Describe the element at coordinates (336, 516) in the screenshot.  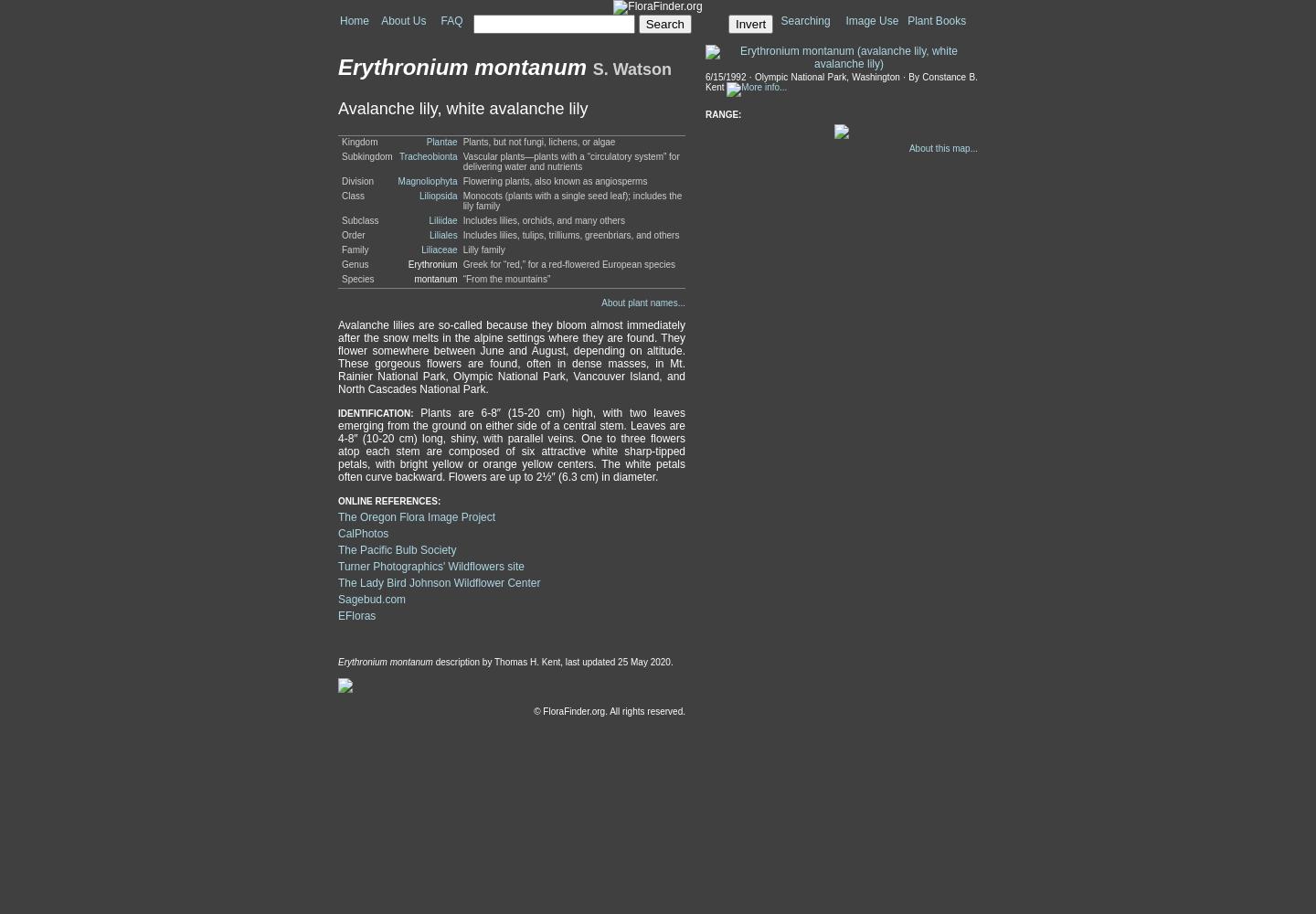
I see `'The Oregon Flora Image Project'` at that location.